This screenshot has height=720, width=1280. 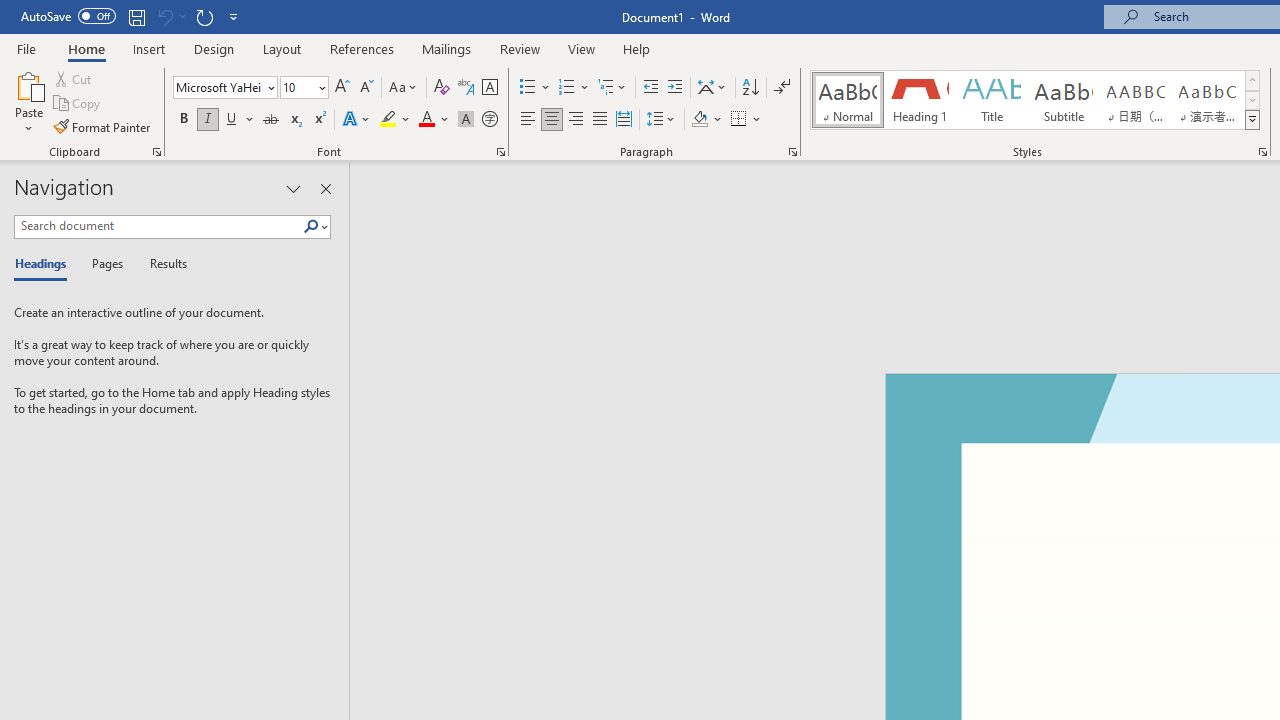 What do you see at coordinates (425, 119) in the screenshot?
I see `'Font Color Red'` at bounding box center [425, 119].